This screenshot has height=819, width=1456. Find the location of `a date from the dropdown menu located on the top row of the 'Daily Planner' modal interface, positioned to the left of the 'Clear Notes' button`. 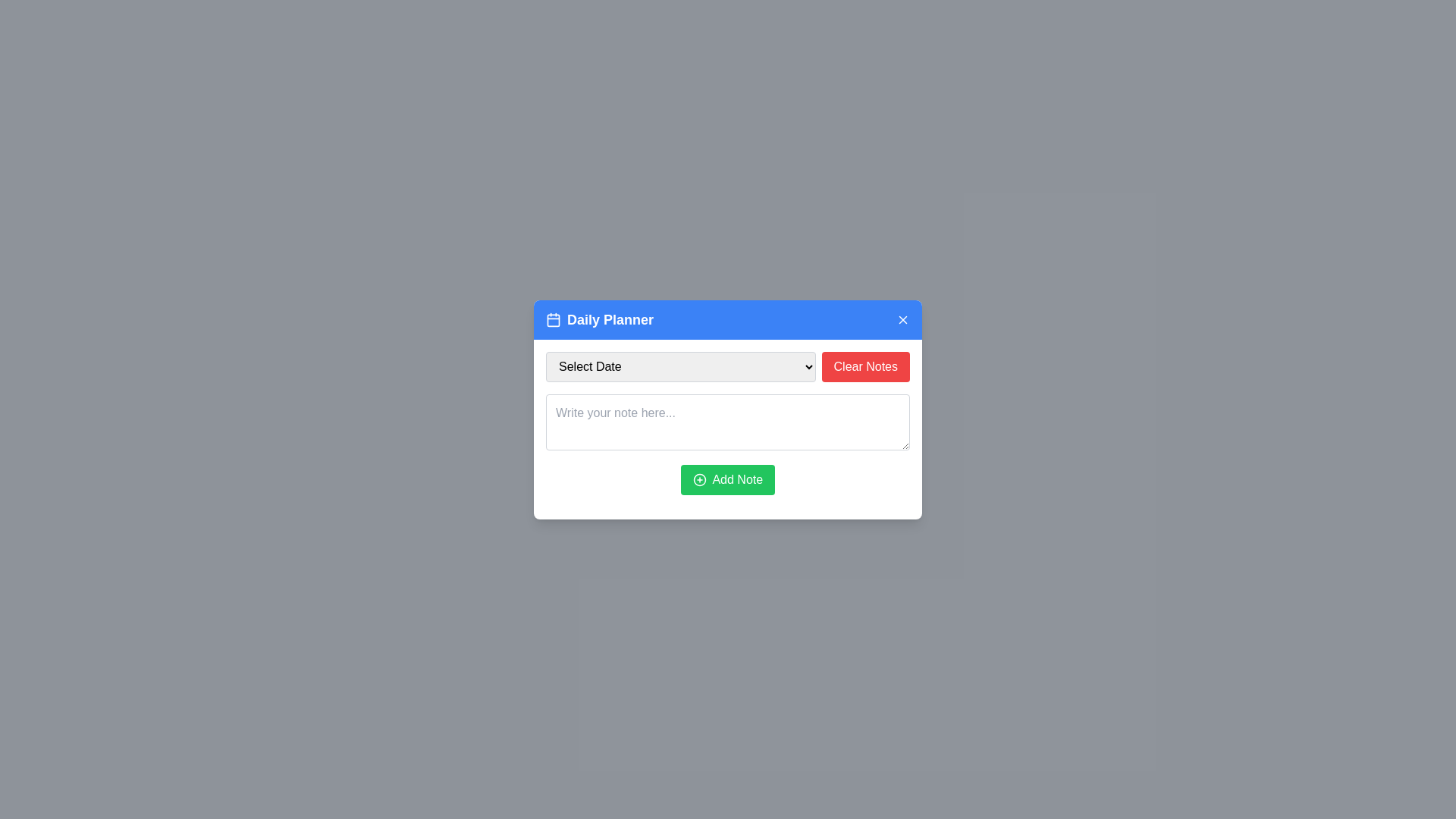

a date from the dropdown menu located on the top row of the 'Daily Planner' modal interface, positioned to the left of the 'Clear Notes' button is located at coordinates (728, 366).